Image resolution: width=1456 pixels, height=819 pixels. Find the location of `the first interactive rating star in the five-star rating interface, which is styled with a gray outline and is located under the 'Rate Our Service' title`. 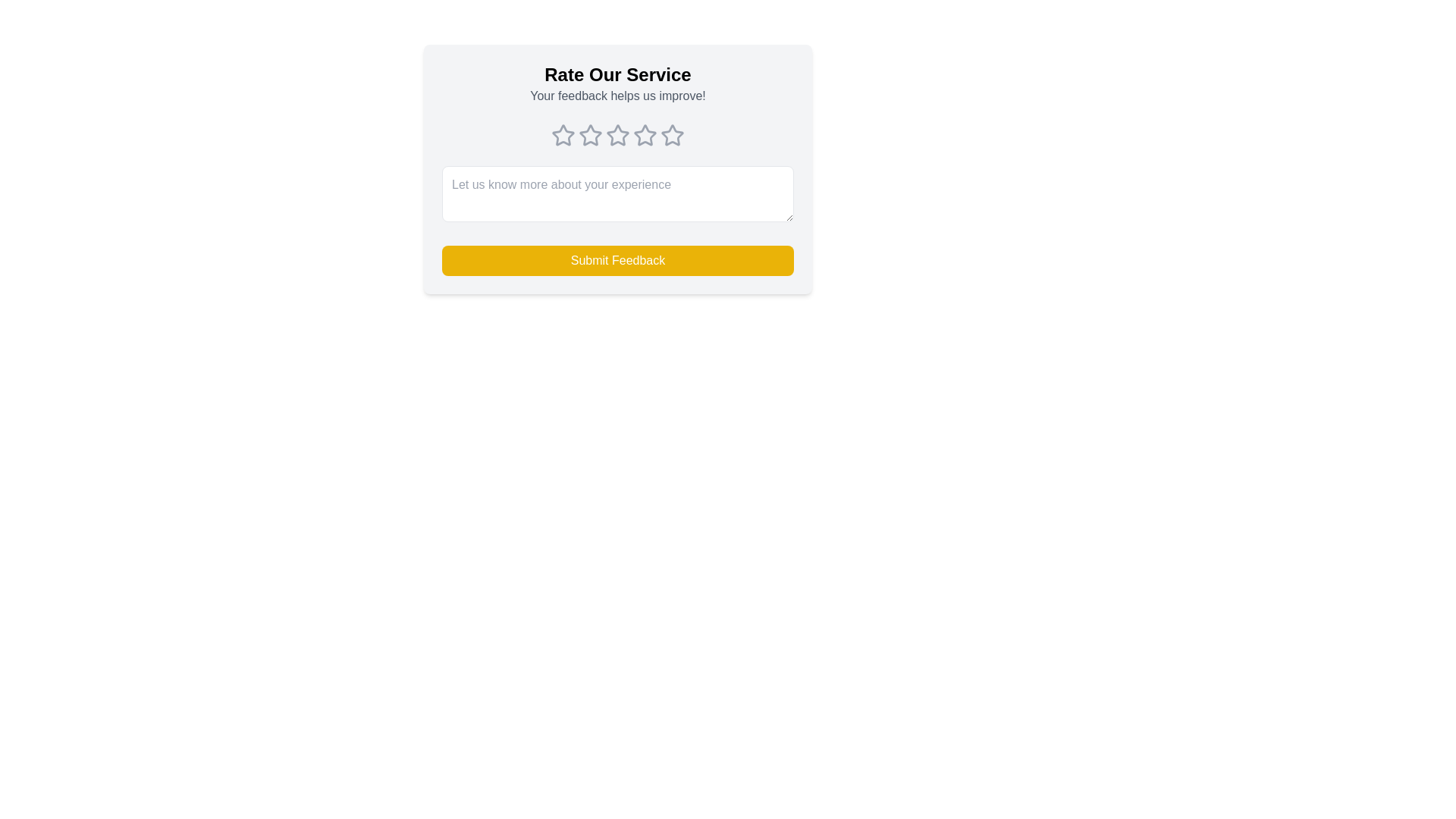

the first interactive rating star in the five-star rating interface, which is styled with a gray outline and is located under the 'Rate Our Service' title is located at coordinates (563, 134).